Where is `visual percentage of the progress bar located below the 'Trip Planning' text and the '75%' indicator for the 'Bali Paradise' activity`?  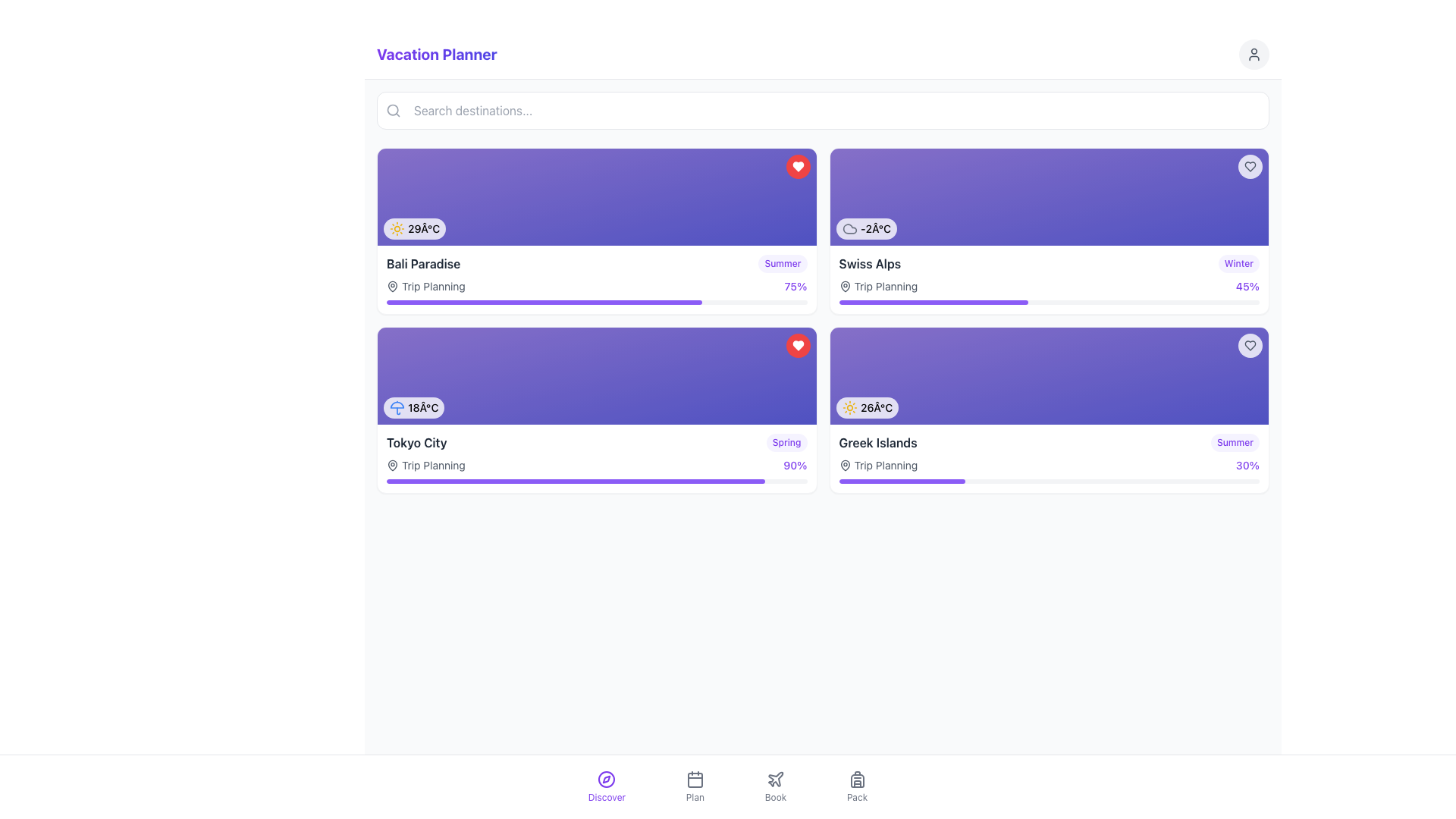 visual percentage of the progress bar located below the 'Trip Planning' text and the '75%' indicator for the 'Bali Paradise' activity is located at coordinates (596, 302).